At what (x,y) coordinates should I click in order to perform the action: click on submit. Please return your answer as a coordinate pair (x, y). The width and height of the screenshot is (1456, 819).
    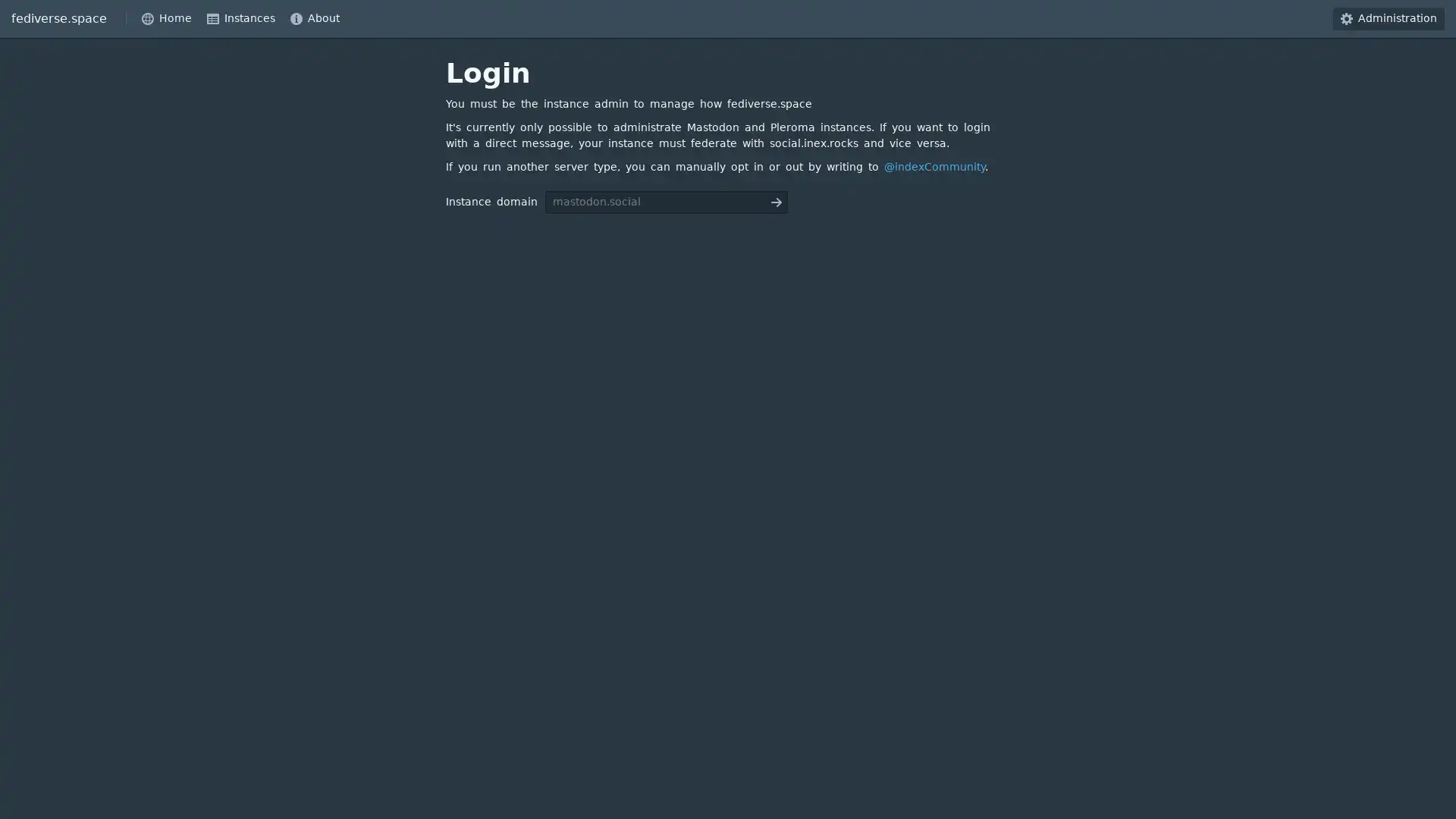
    Looking at the image, I should click on (776, 201).